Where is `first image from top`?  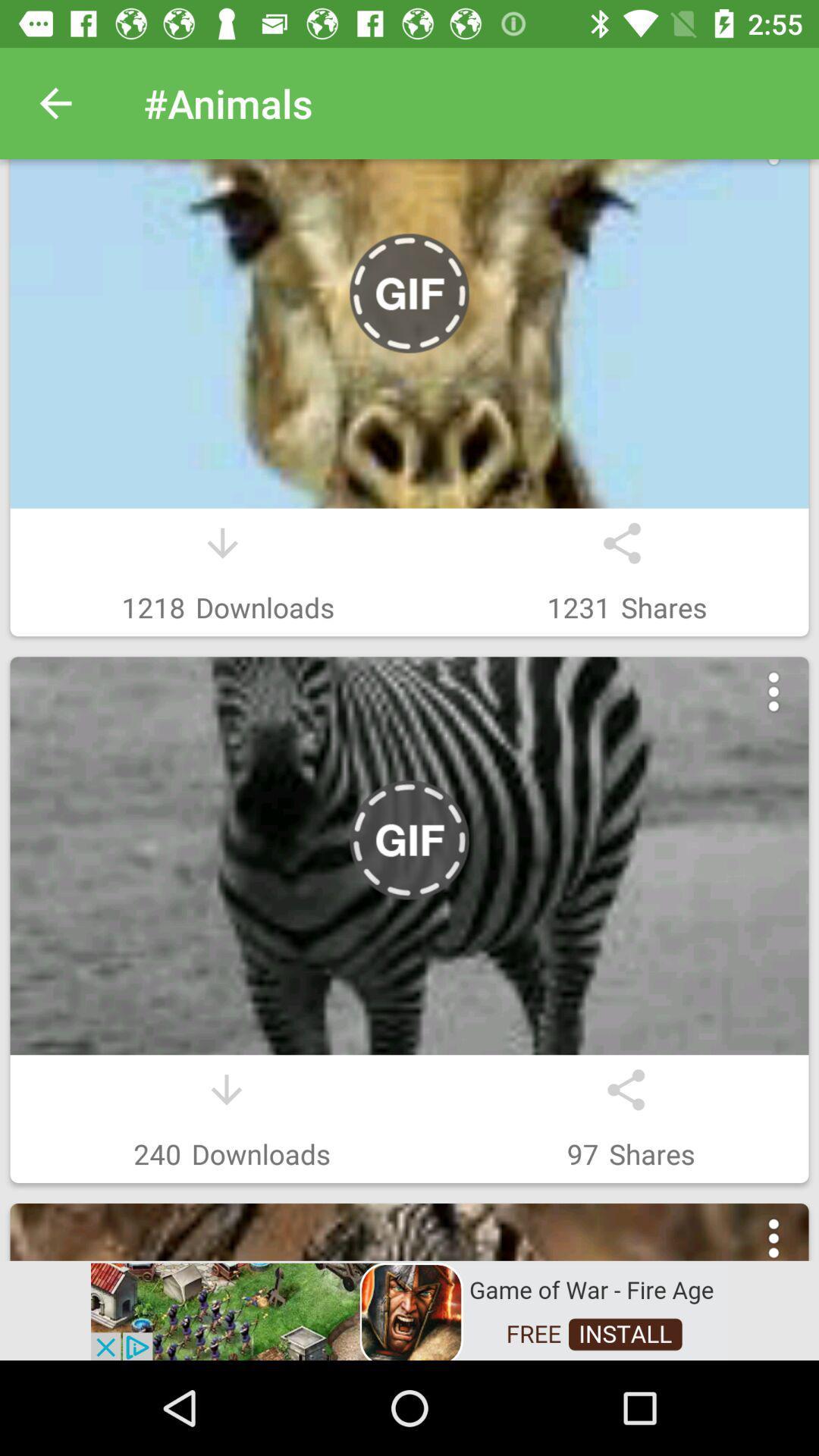 first image from top is located at coordinates (409, 333).